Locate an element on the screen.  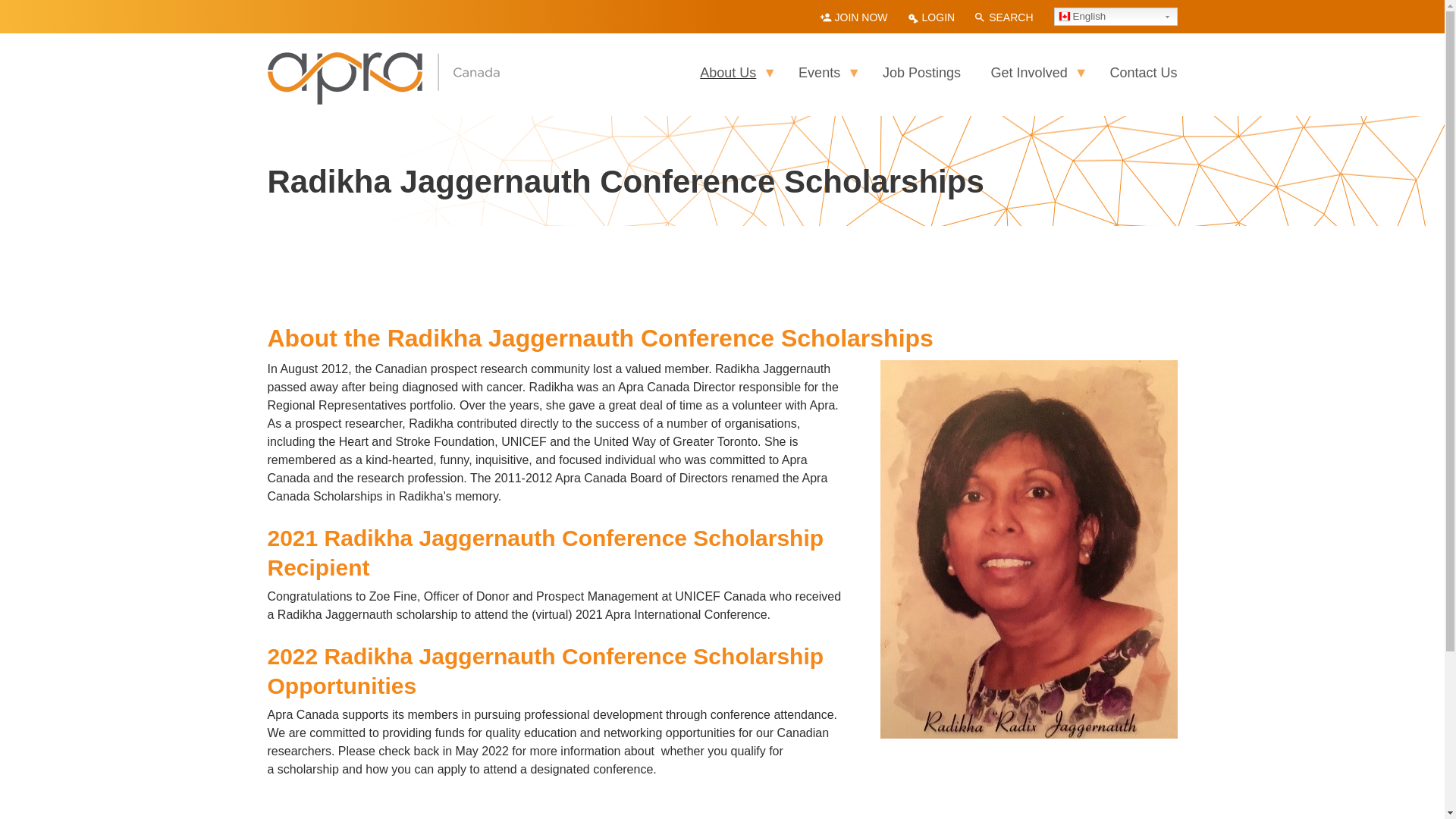
'Home' is located at coordinates (384, 60).